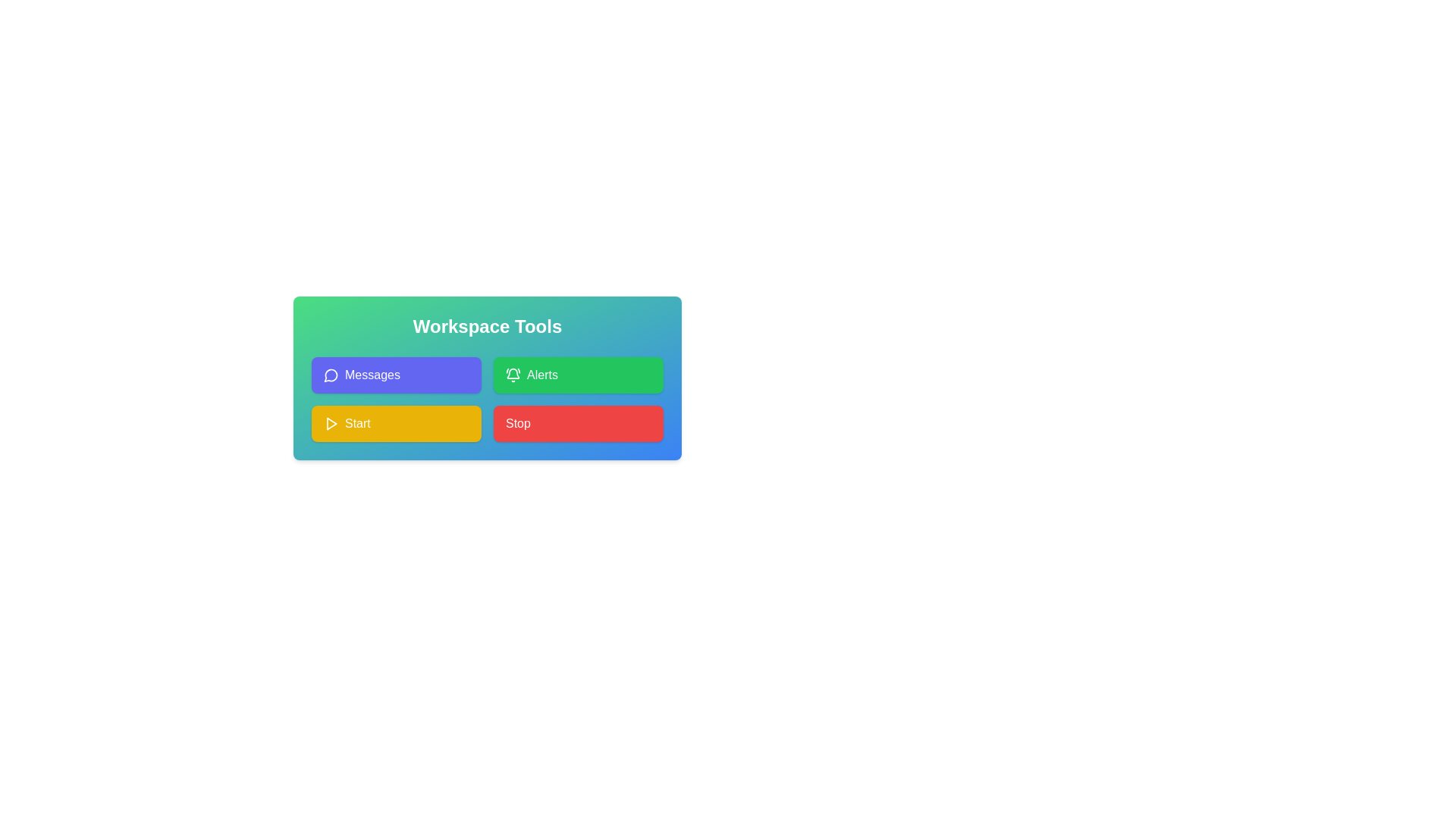  What do you see at coordinates (542, 375) in the screenshot?
I see `the 'Alerts' text label located within a green button, which is styled with rounded corners and includes a bell icon on its left side` at bounding box center [542, 375].